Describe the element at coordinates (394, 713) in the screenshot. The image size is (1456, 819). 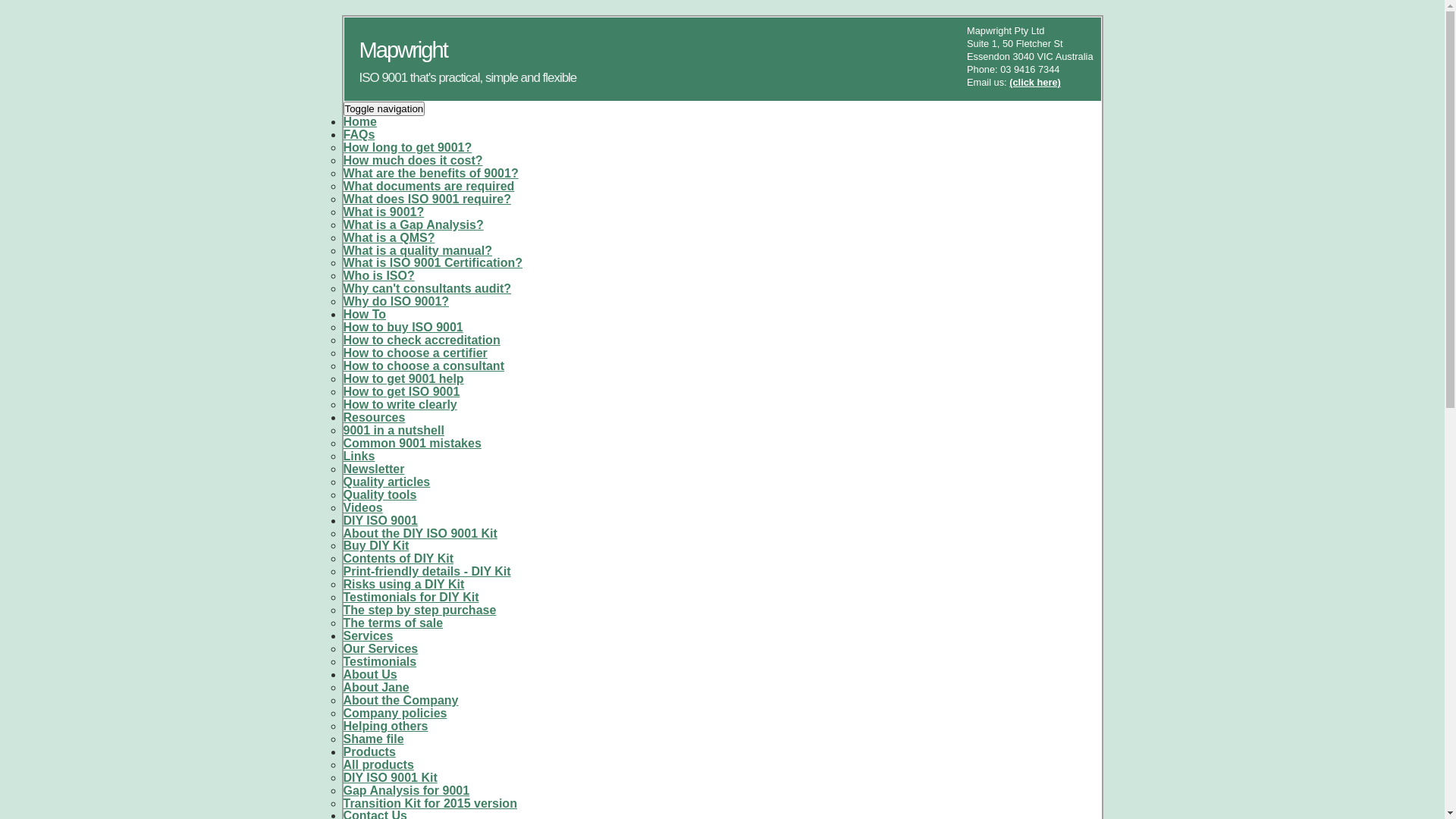
I see `'Company policies'` at that location.